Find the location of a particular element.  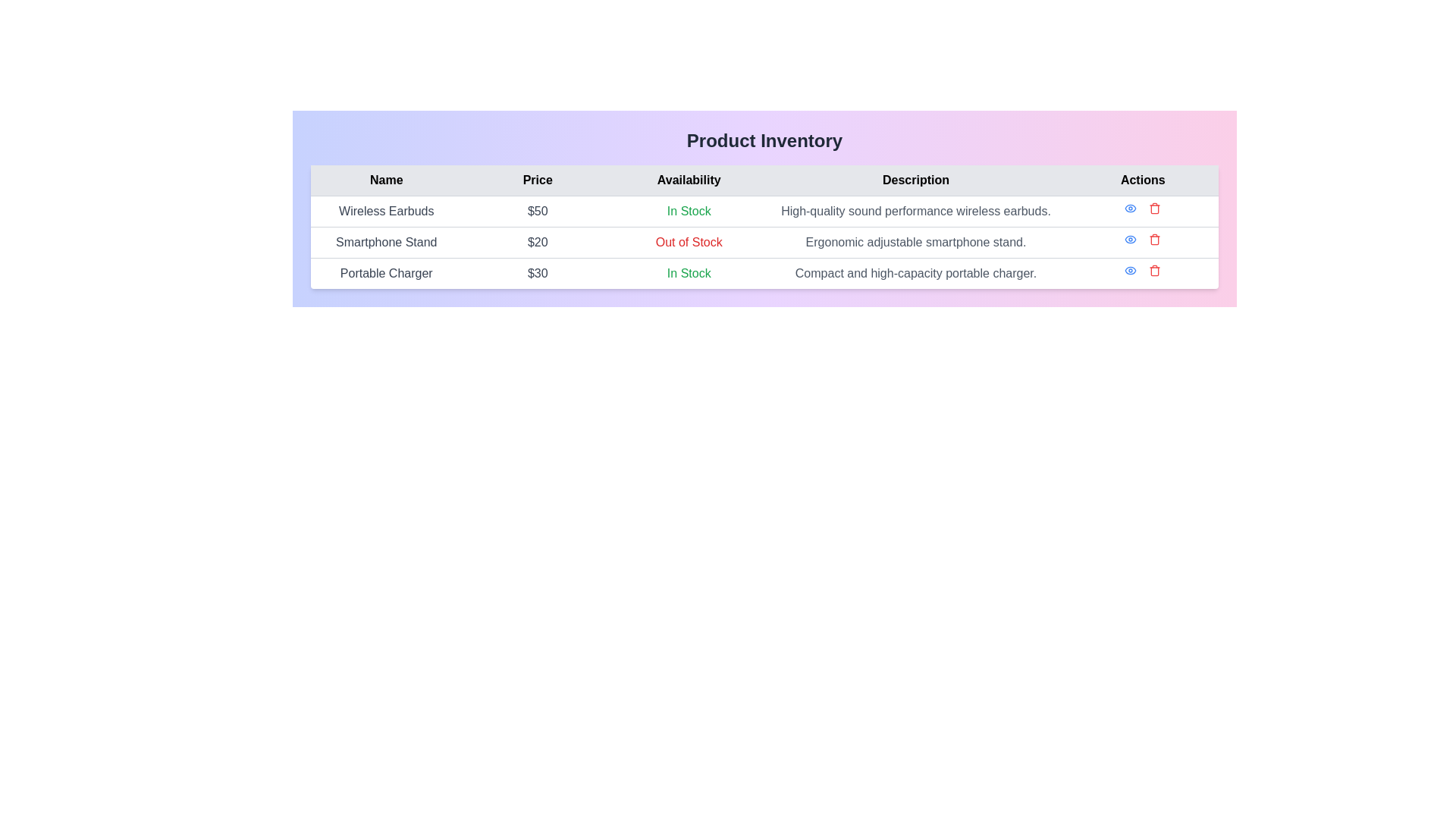

the price label displaying the price information for 'Wireless Earbuds', which is located in the second cell of the 'Price' column in the product table is located at coordinates (538, 211).